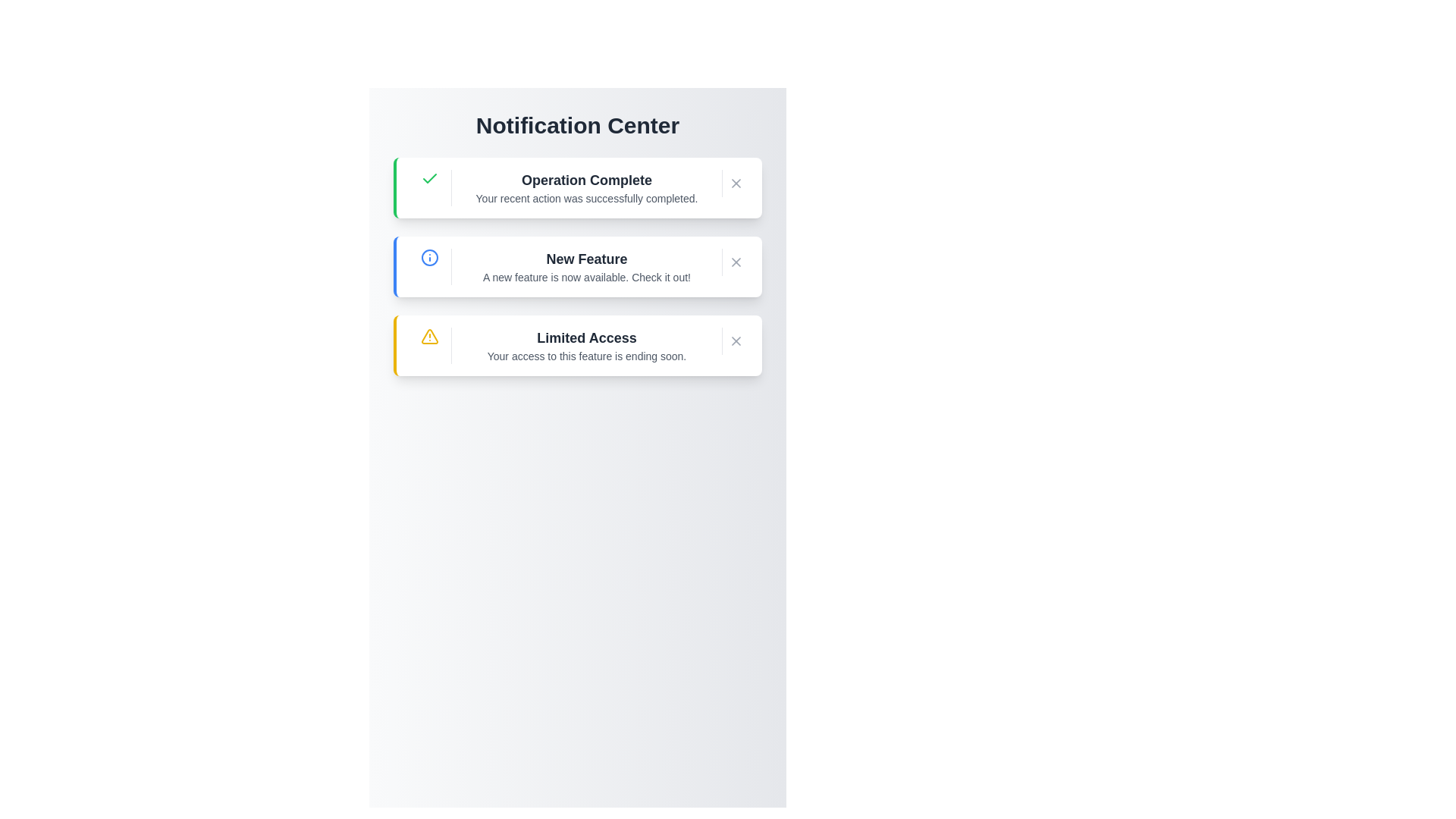 This screenshot has height=819, width=1456. What do you see at coordinates (736, 262) in the screenshot?
I see `the close button located at the top-right corner of the 'New Feature' notification box` at bounding box center [736, 262].